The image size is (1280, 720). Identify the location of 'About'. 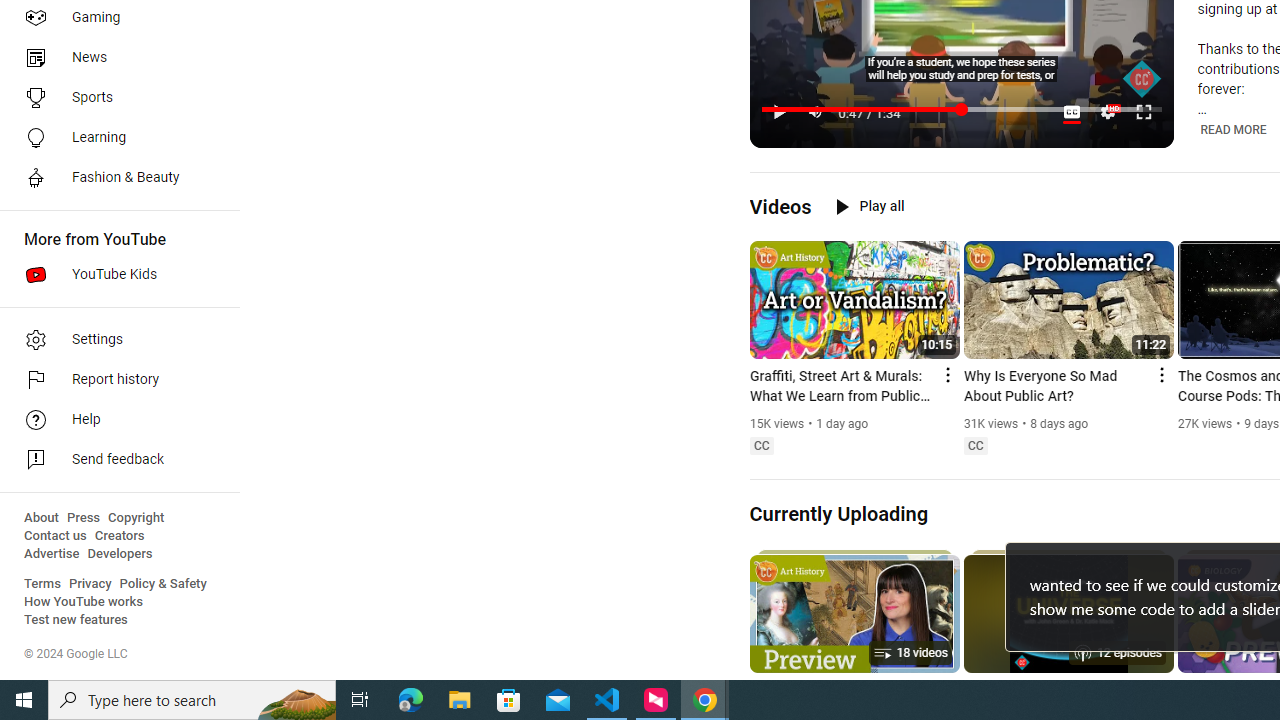
(41, 517).